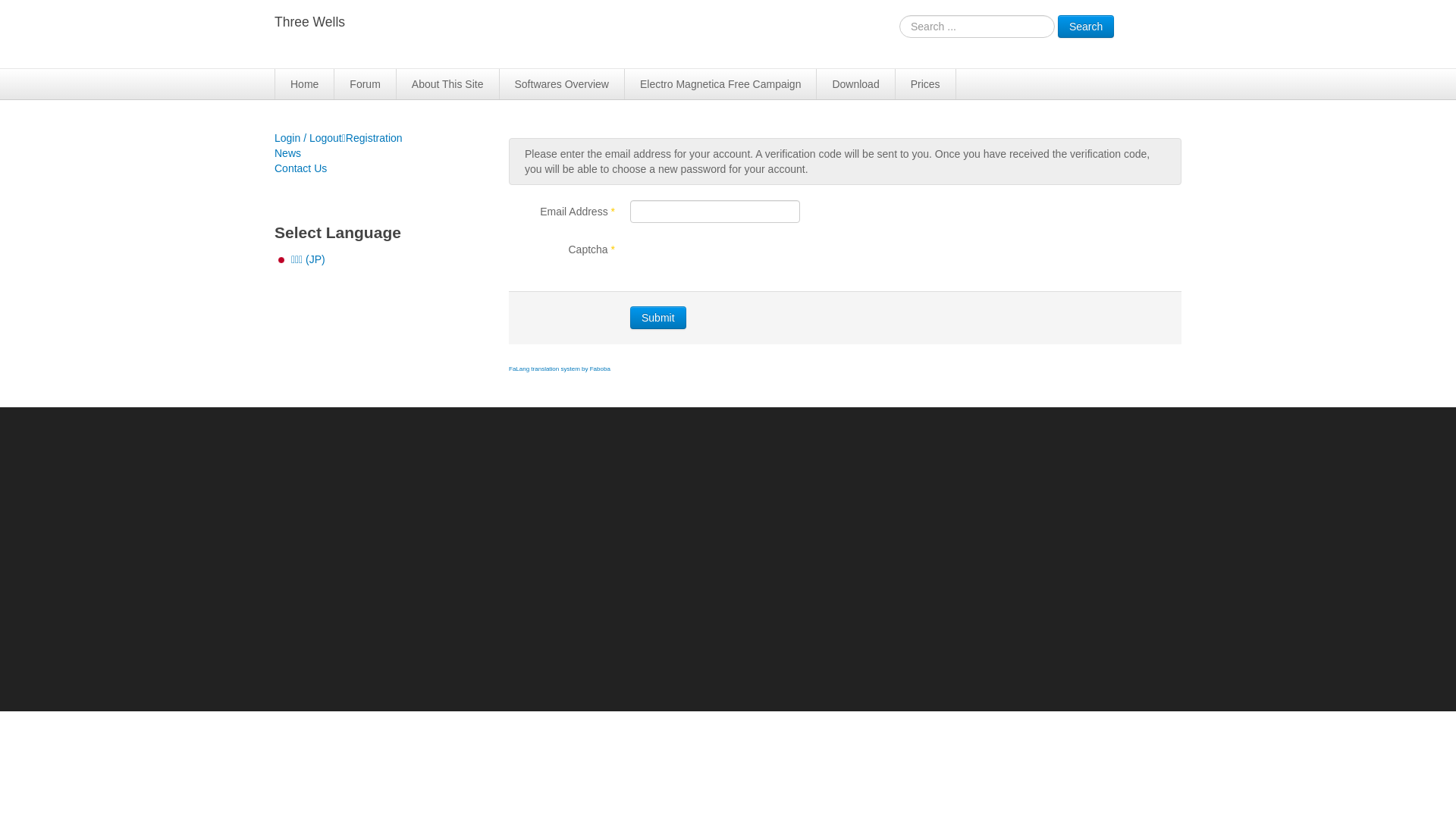 The height and width of the screenshot is (819, 1456). Describe the element at coordinates (304, 84) in the screenshot. I see `'Home'` at that location.